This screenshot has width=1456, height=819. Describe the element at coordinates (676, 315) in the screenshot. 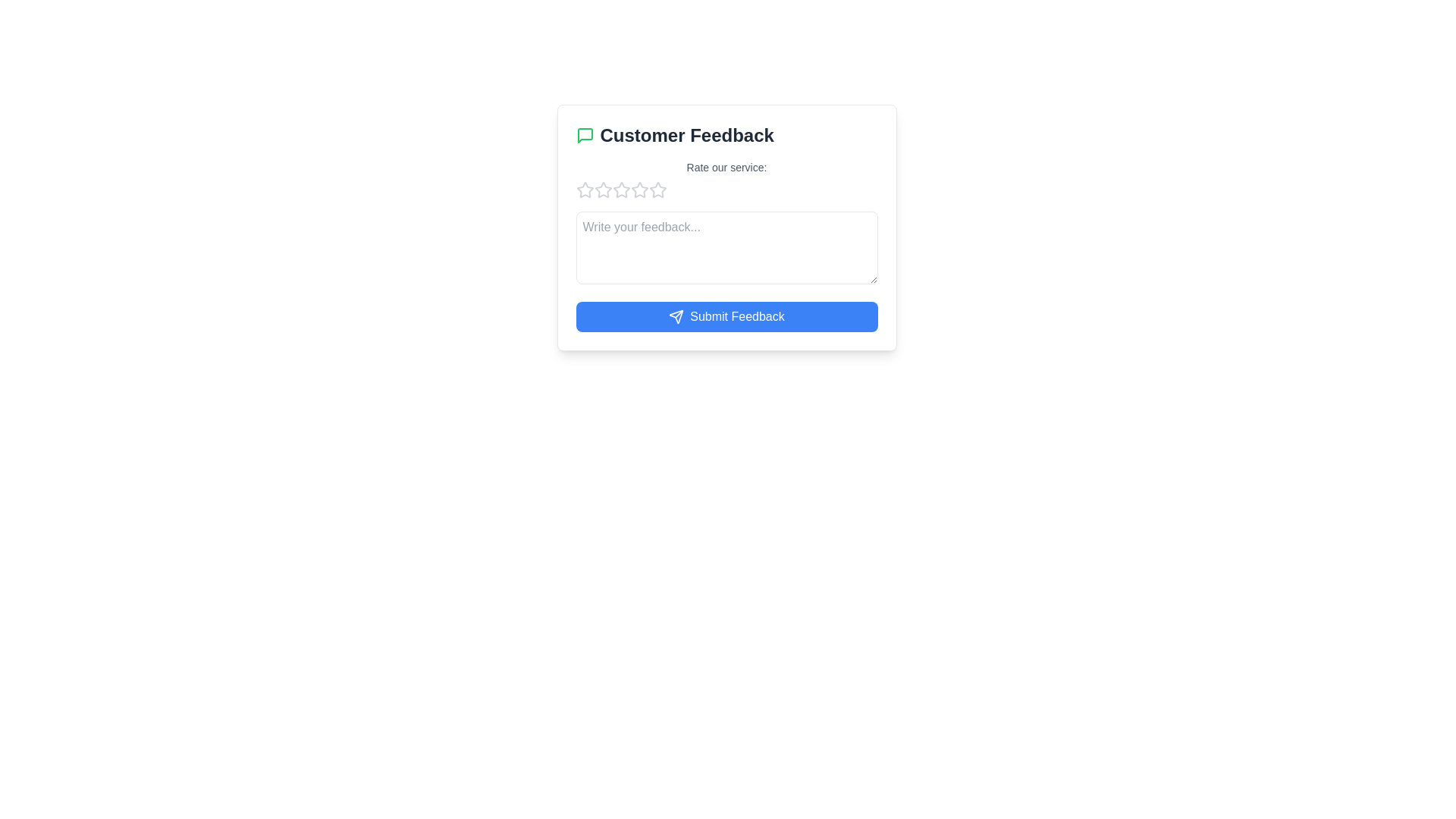

I see `the feedback submission icon located on the left side of the 'Submit Feedback' button, adjacent to the text label` at that location.